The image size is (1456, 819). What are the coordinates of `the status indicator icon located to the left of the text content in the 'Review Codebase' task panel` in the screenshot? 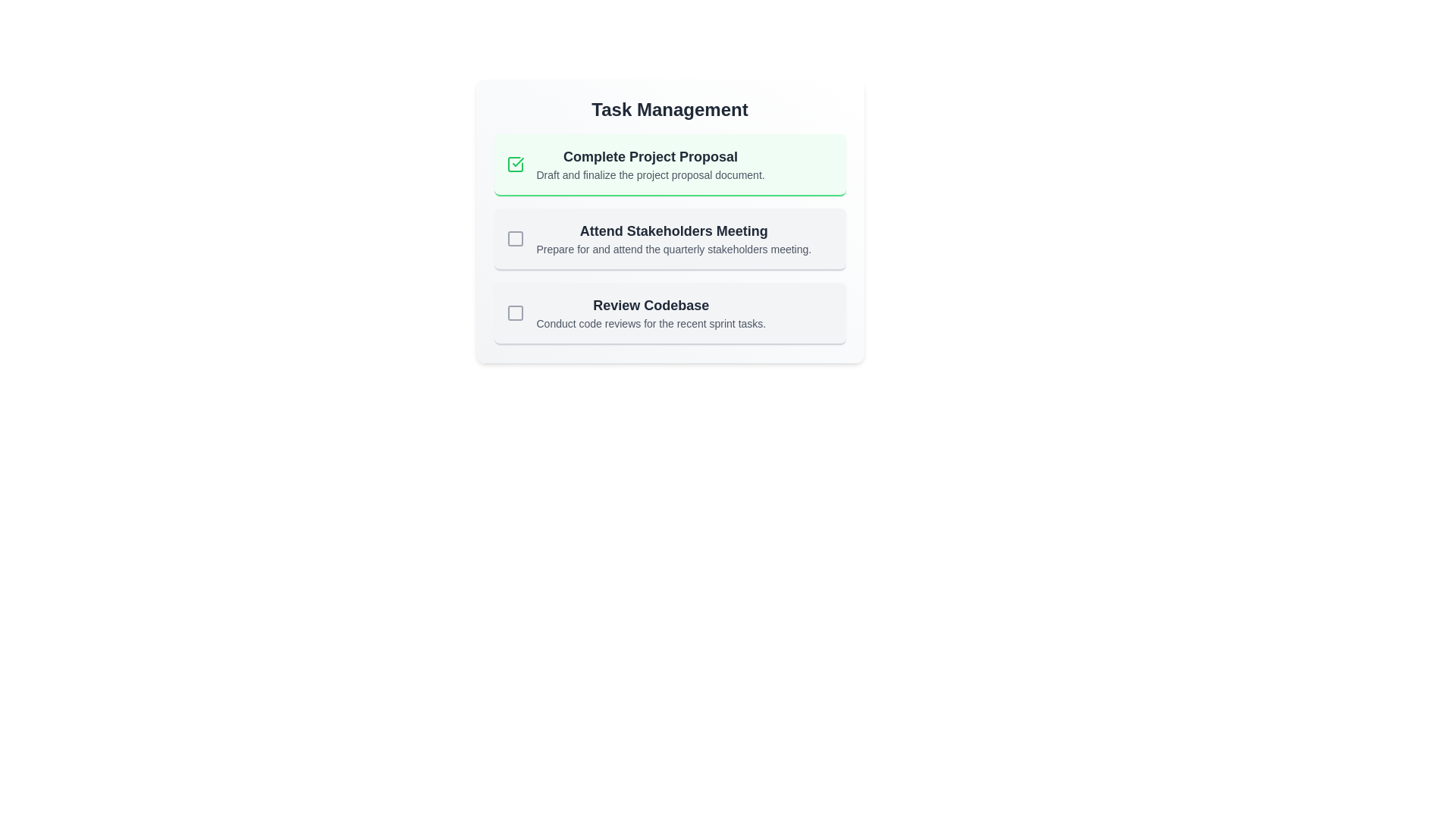 It's located at (515, 312).